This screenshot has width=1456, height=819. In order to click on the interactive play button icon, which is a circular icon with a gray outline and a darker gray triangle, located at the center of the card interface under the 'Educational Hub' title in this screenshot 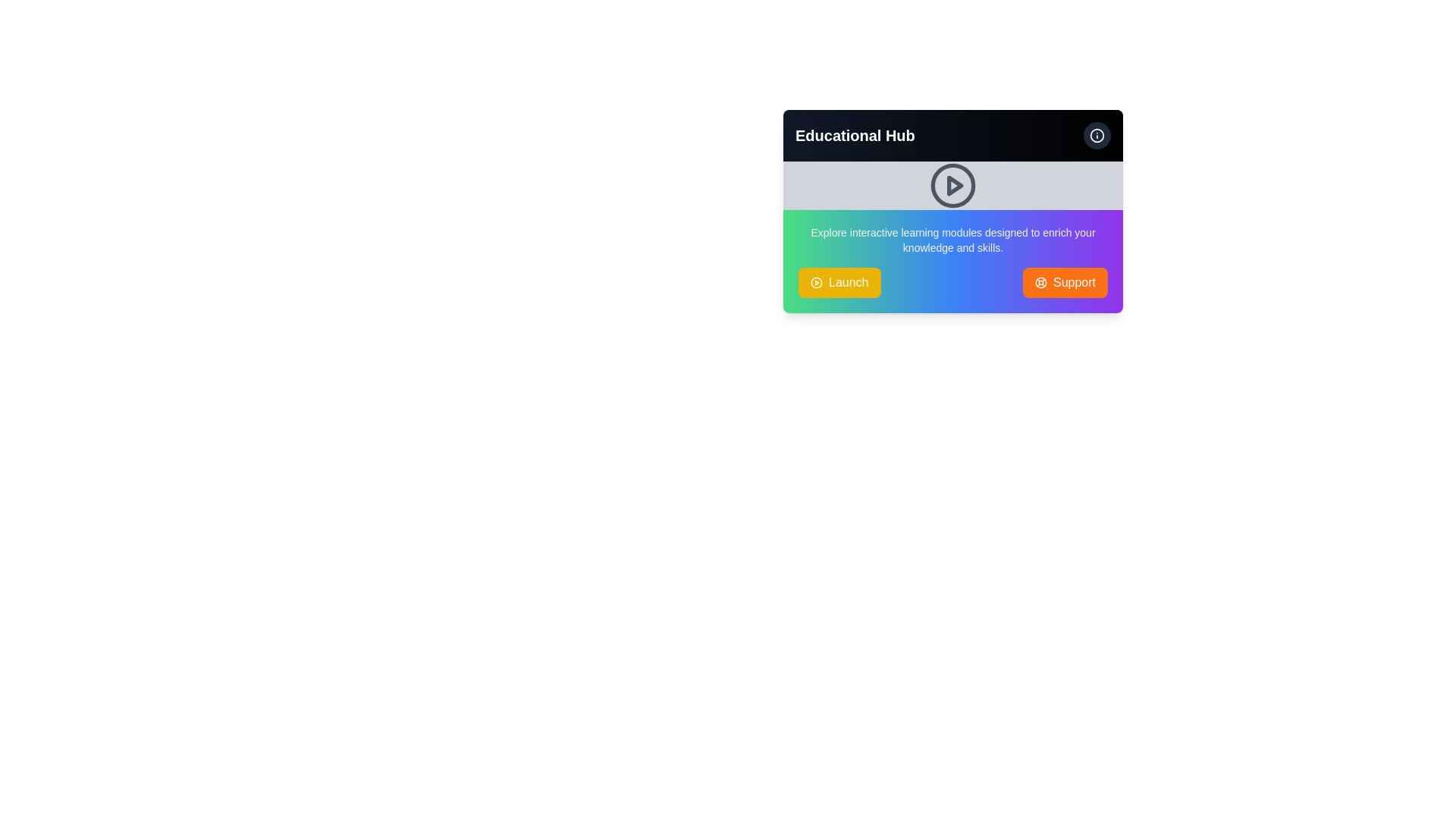, I will do `click(952, 185)`.